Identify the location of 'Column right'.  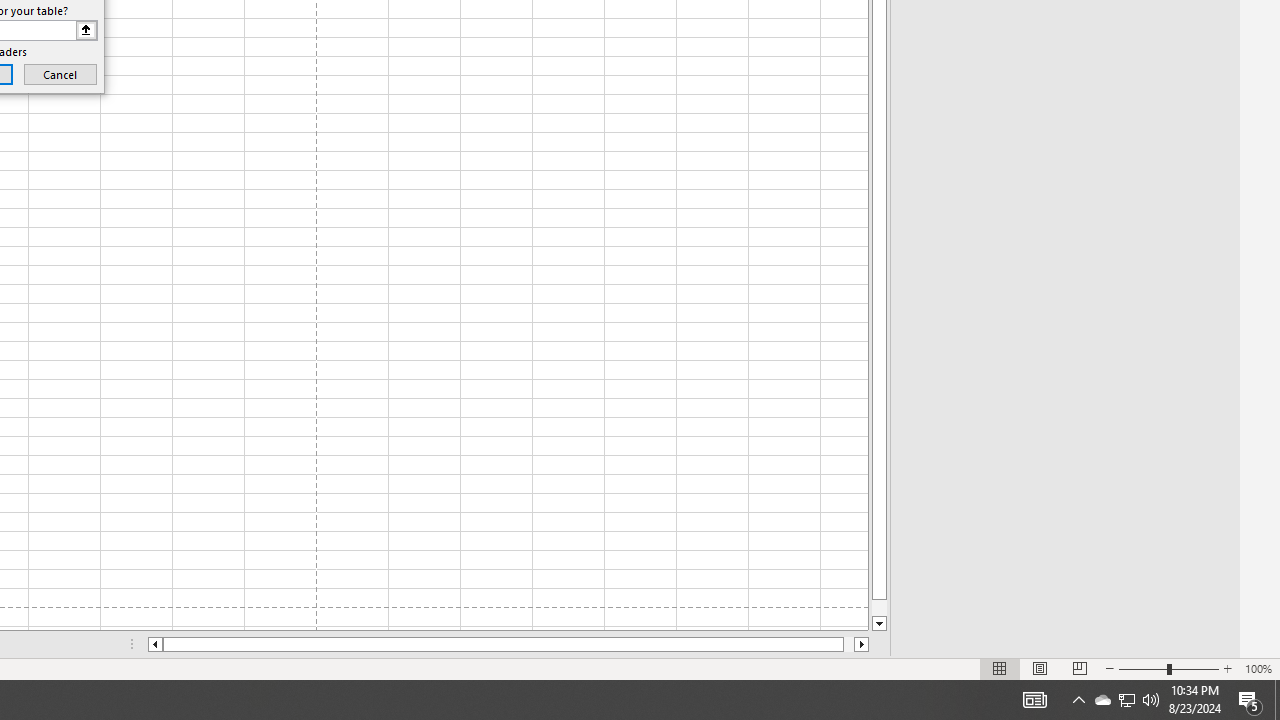
(862, 644).